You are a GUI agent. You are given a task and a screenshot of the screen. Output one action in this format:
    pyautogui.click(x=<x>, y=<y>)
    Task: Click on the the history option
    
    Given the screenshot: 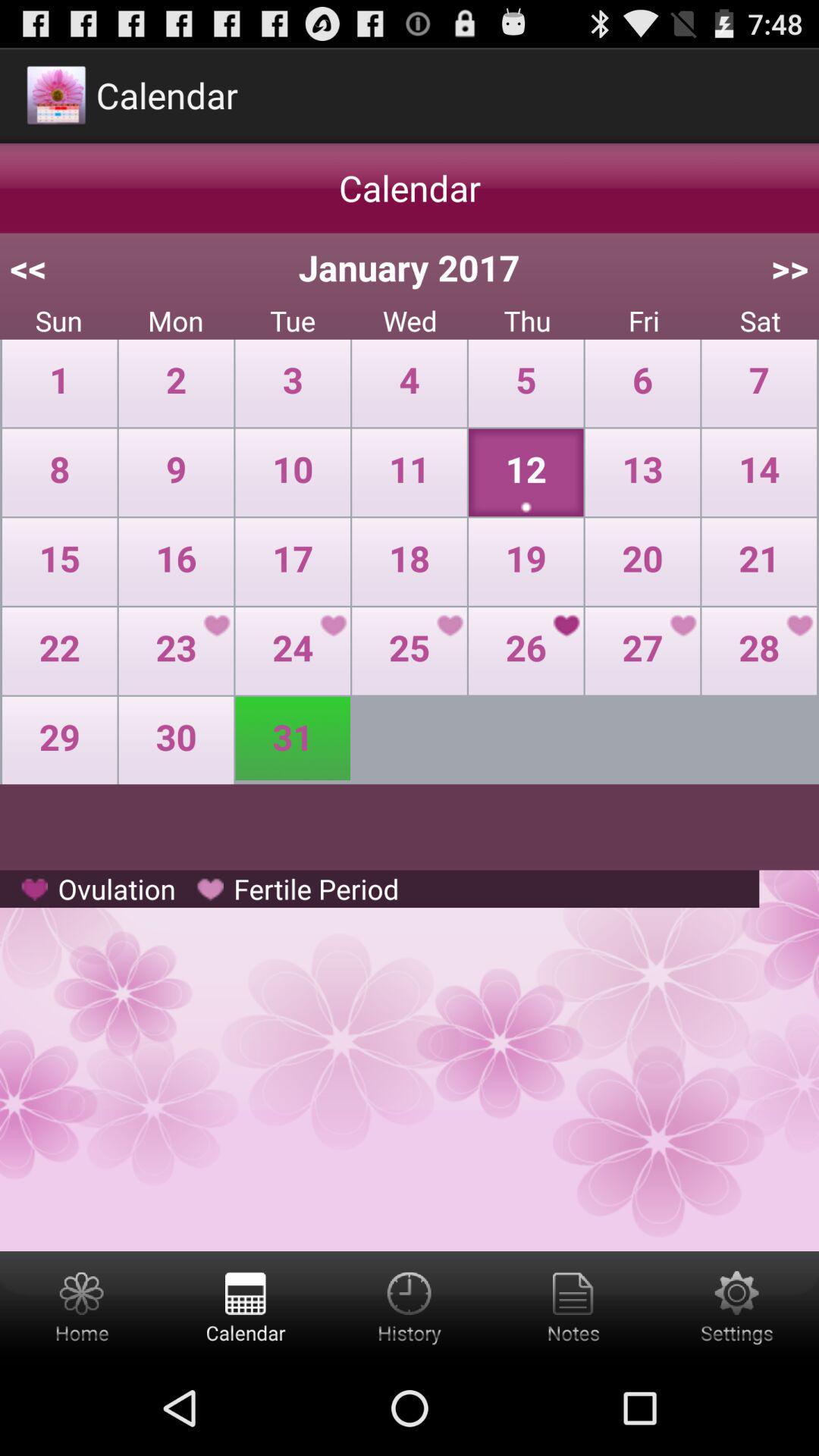 What is the action you would take?
    pyautogui.click(x=409, y=1305)
    